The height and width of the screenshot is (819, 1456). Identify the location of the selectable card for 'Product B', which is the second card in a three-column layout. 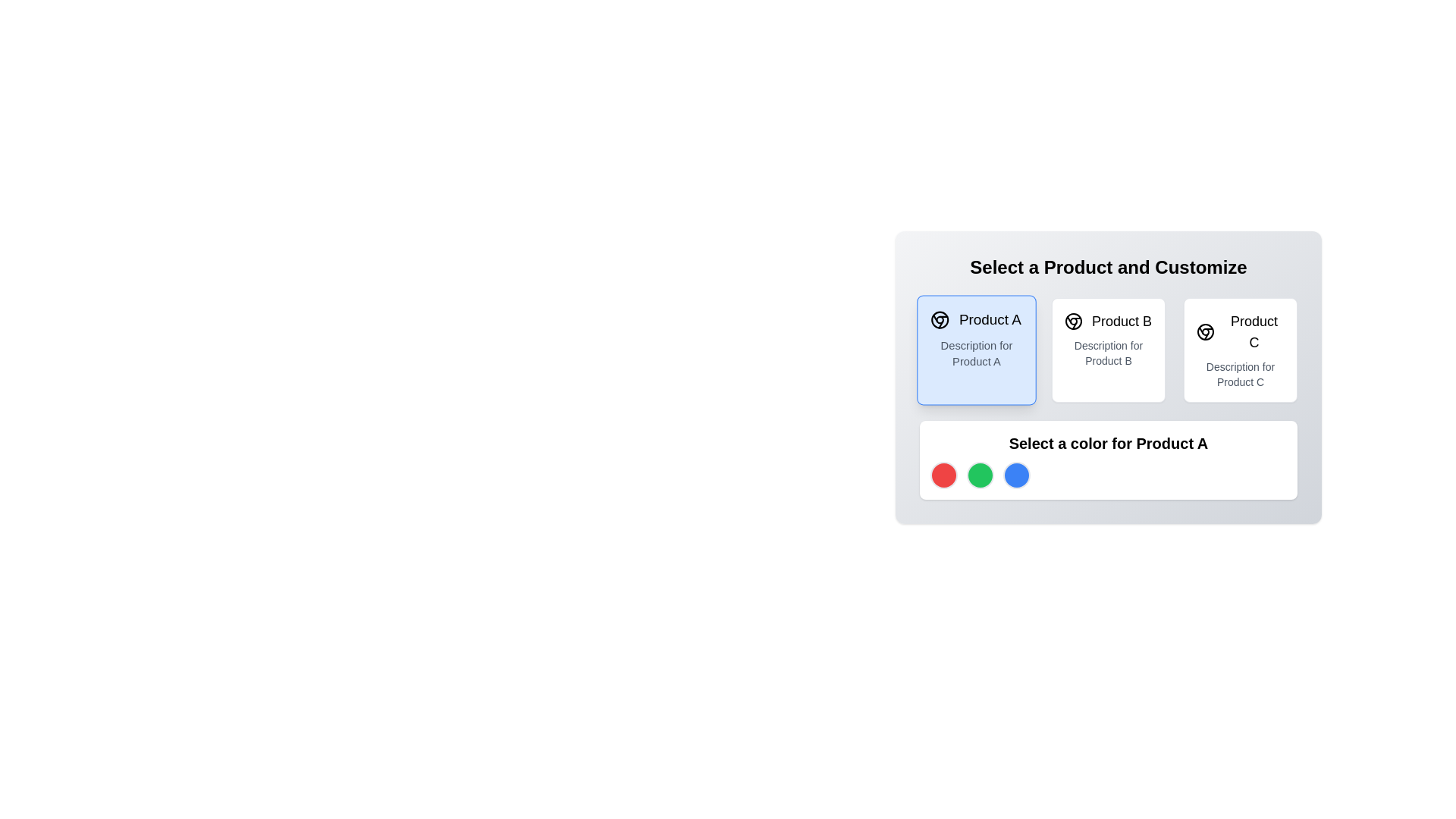
(1109, 350).